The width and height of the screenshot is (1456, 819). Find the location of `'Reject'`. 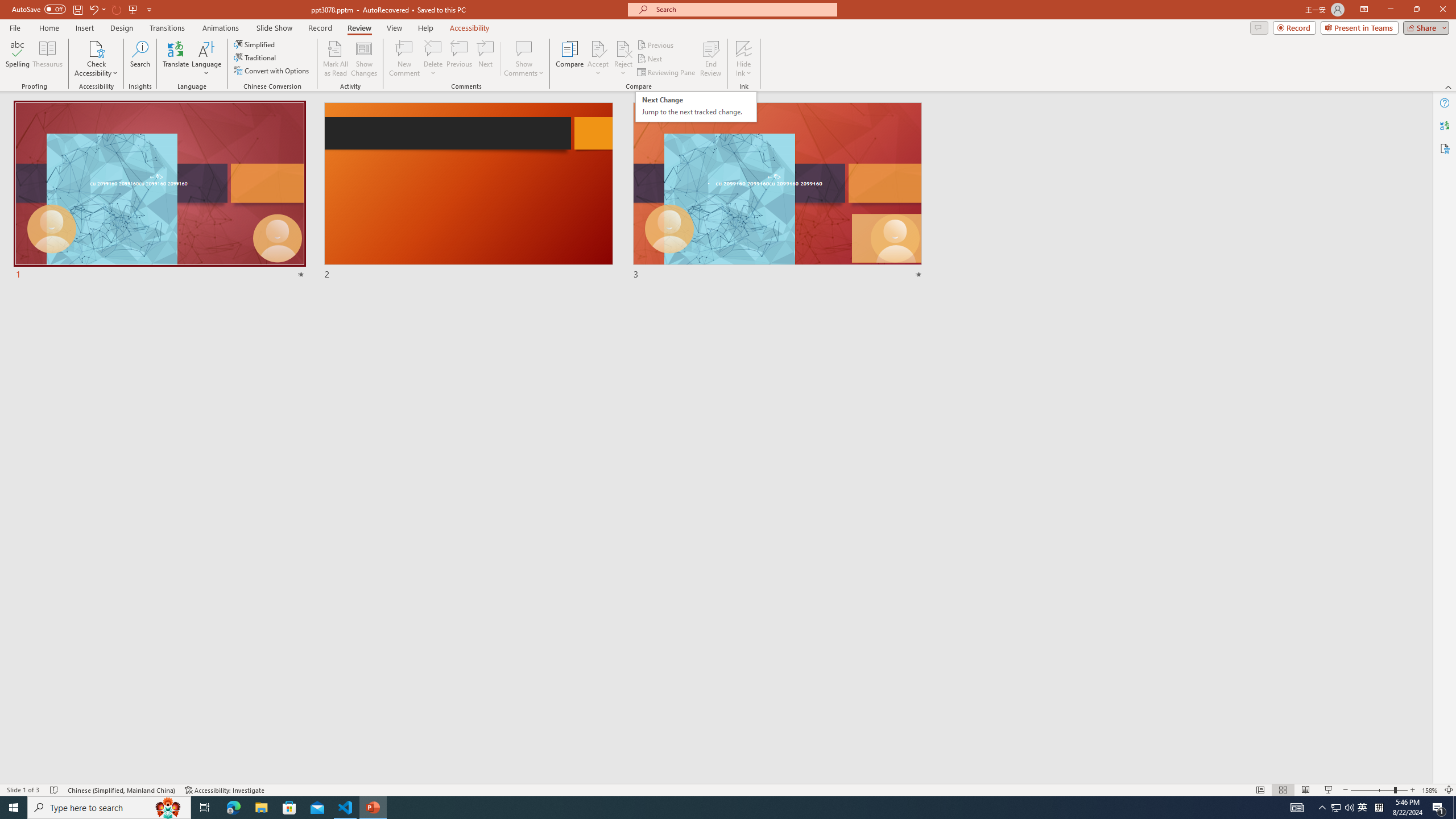

'Reject' is located at coordinates (622, 59).